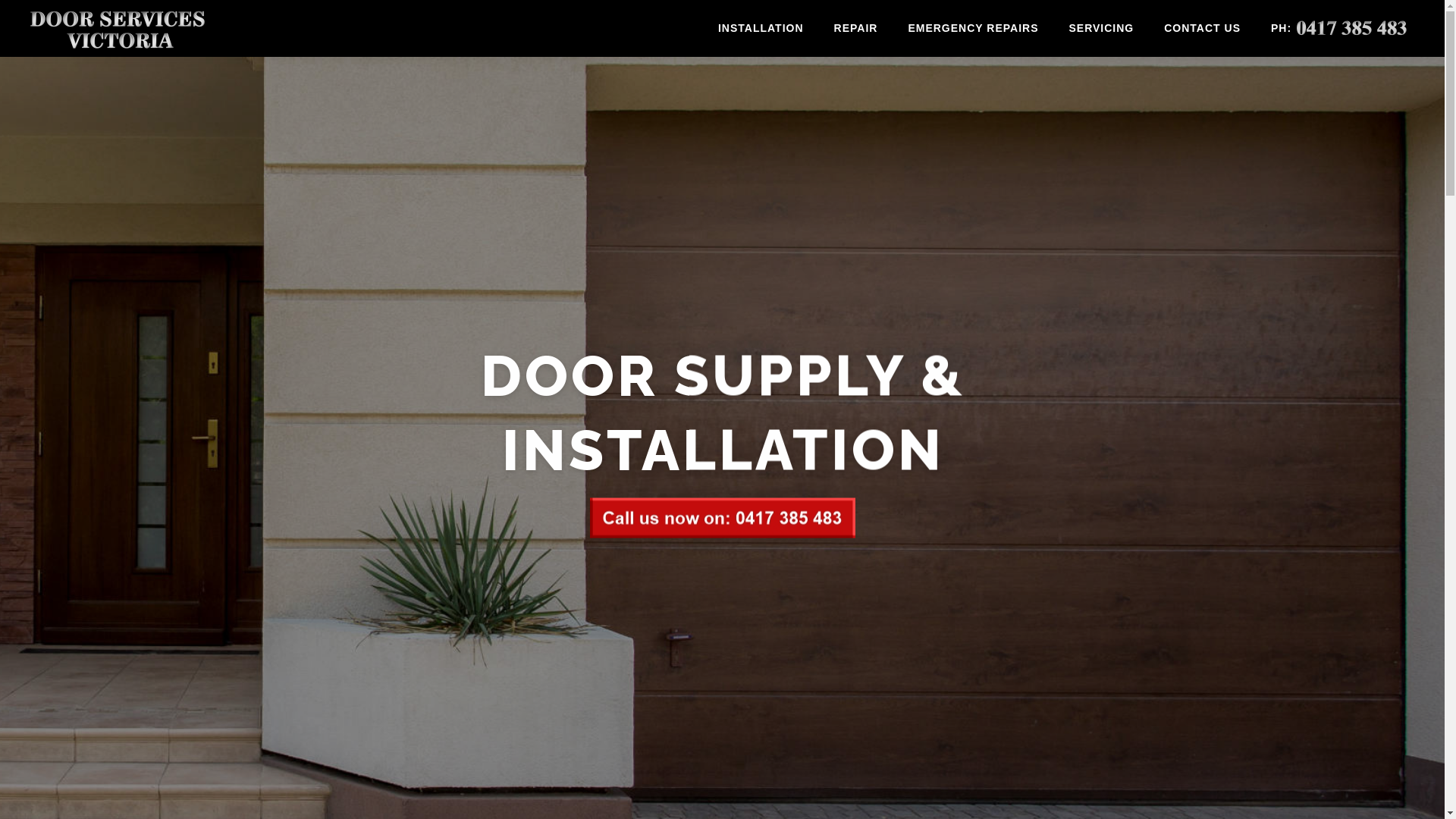  What do you see at coordinates (1100, 28) in the screenshot?
I see `'SERVICING'` at bounding box center [1100, 28].